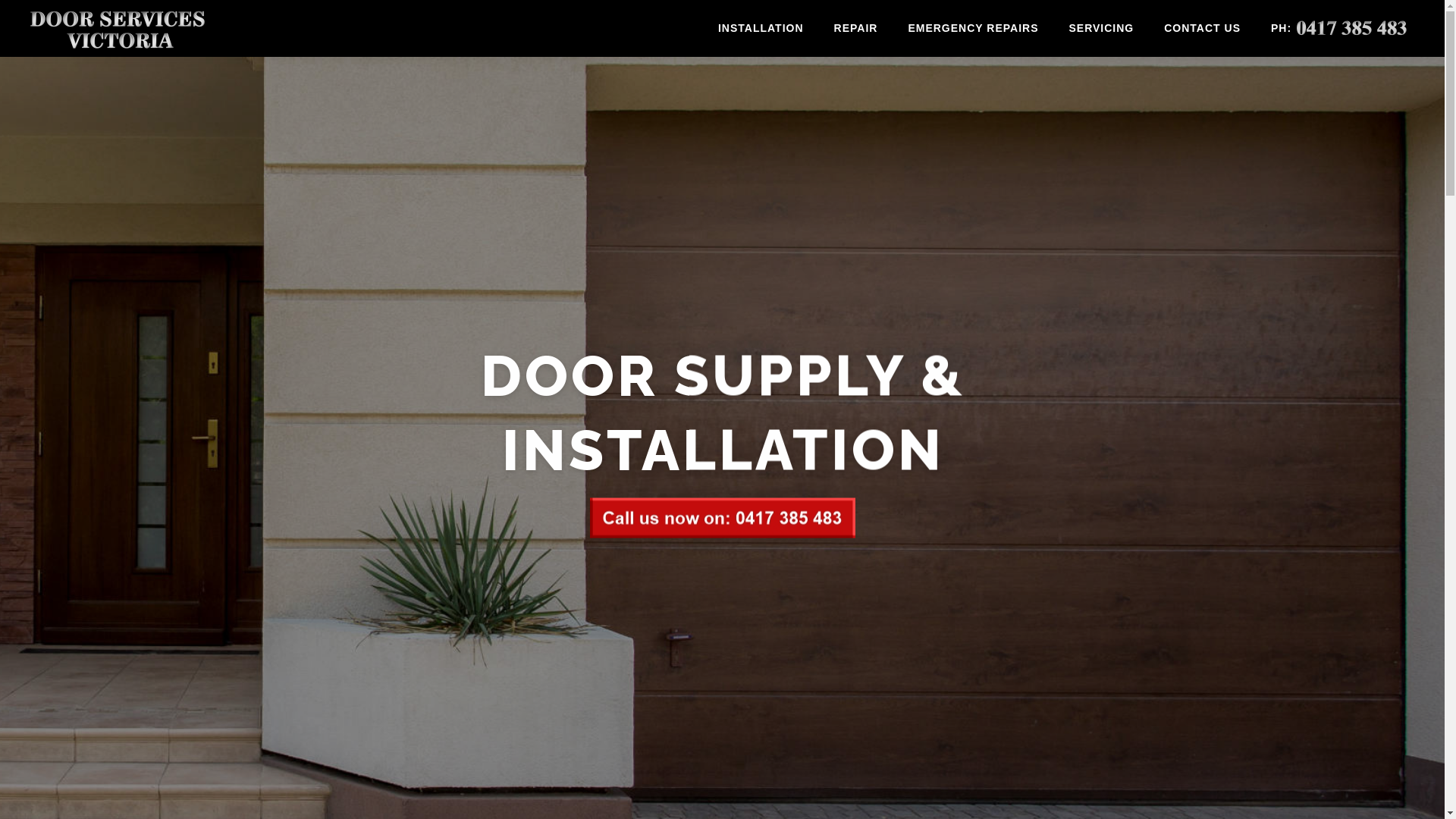  What do you see at coordinates (1100, 28) in the screenshot?
I see `'SERVICING'` at bounding box center [1100, 28].